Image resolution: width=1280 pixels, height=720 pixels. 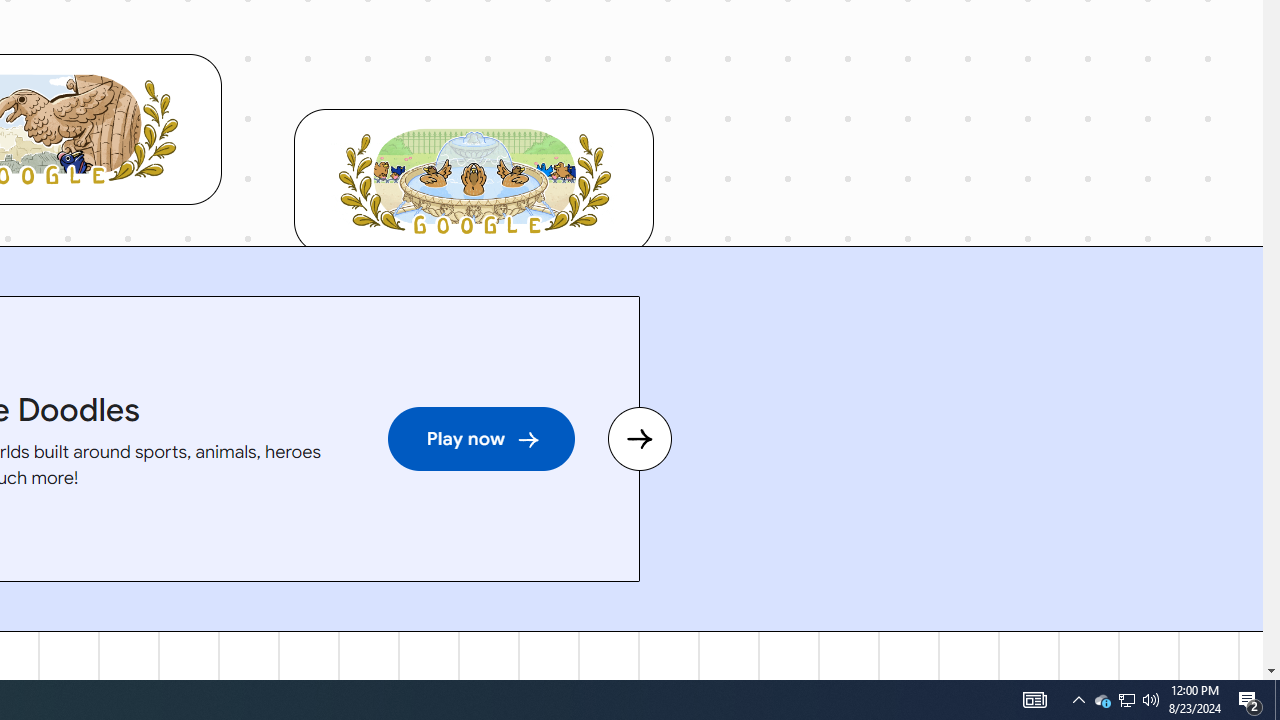 I want to click on 'Play now', so click(x=480, y=438).